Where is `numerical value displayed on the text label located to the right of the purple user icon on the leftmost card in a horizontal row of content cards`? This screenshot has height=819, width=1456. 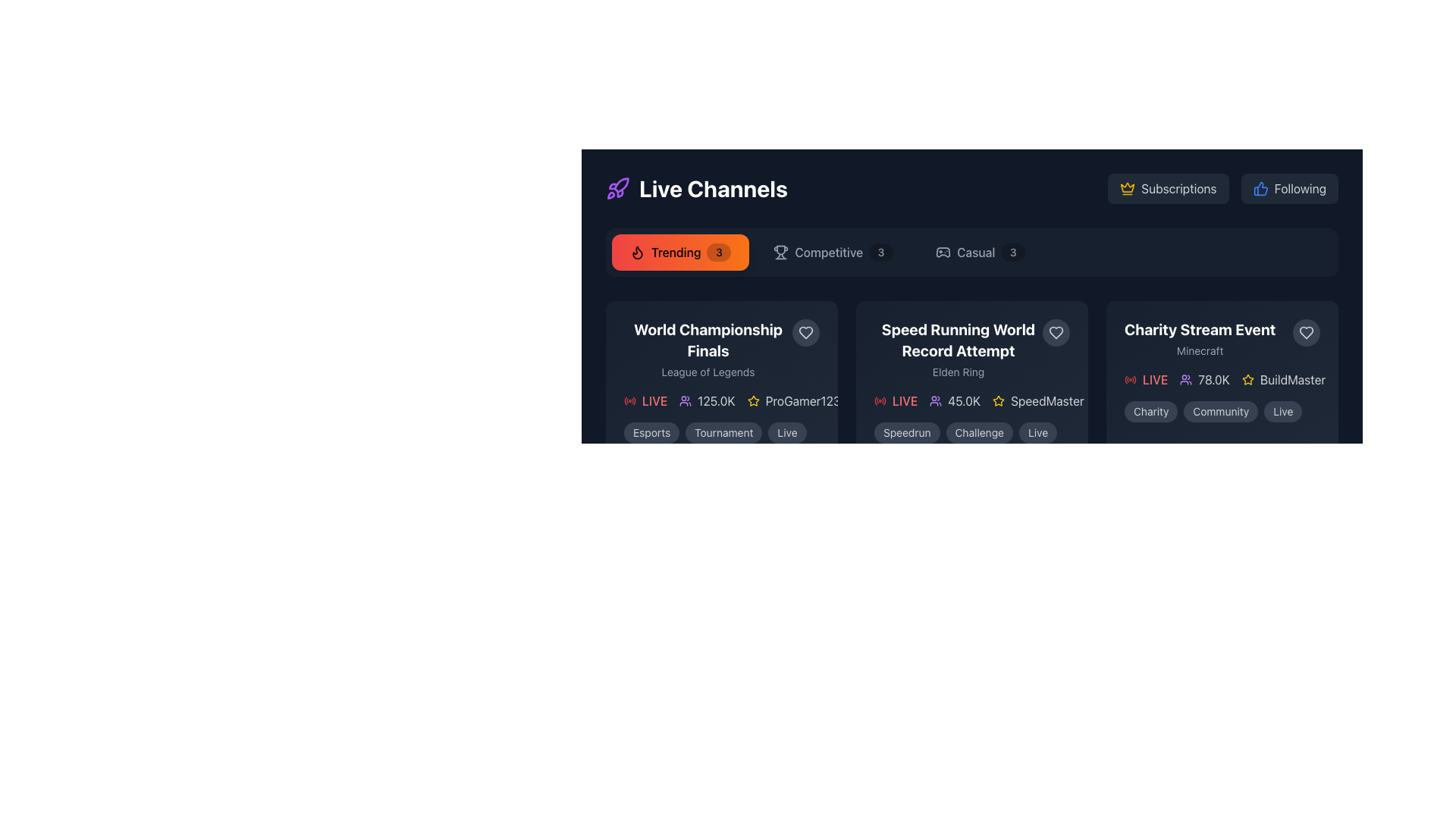
numerical value displayed on the text label located to the right of the purple user icon on the leftmost card in a horizontal row of content cards is located at coordinates (715, 400).